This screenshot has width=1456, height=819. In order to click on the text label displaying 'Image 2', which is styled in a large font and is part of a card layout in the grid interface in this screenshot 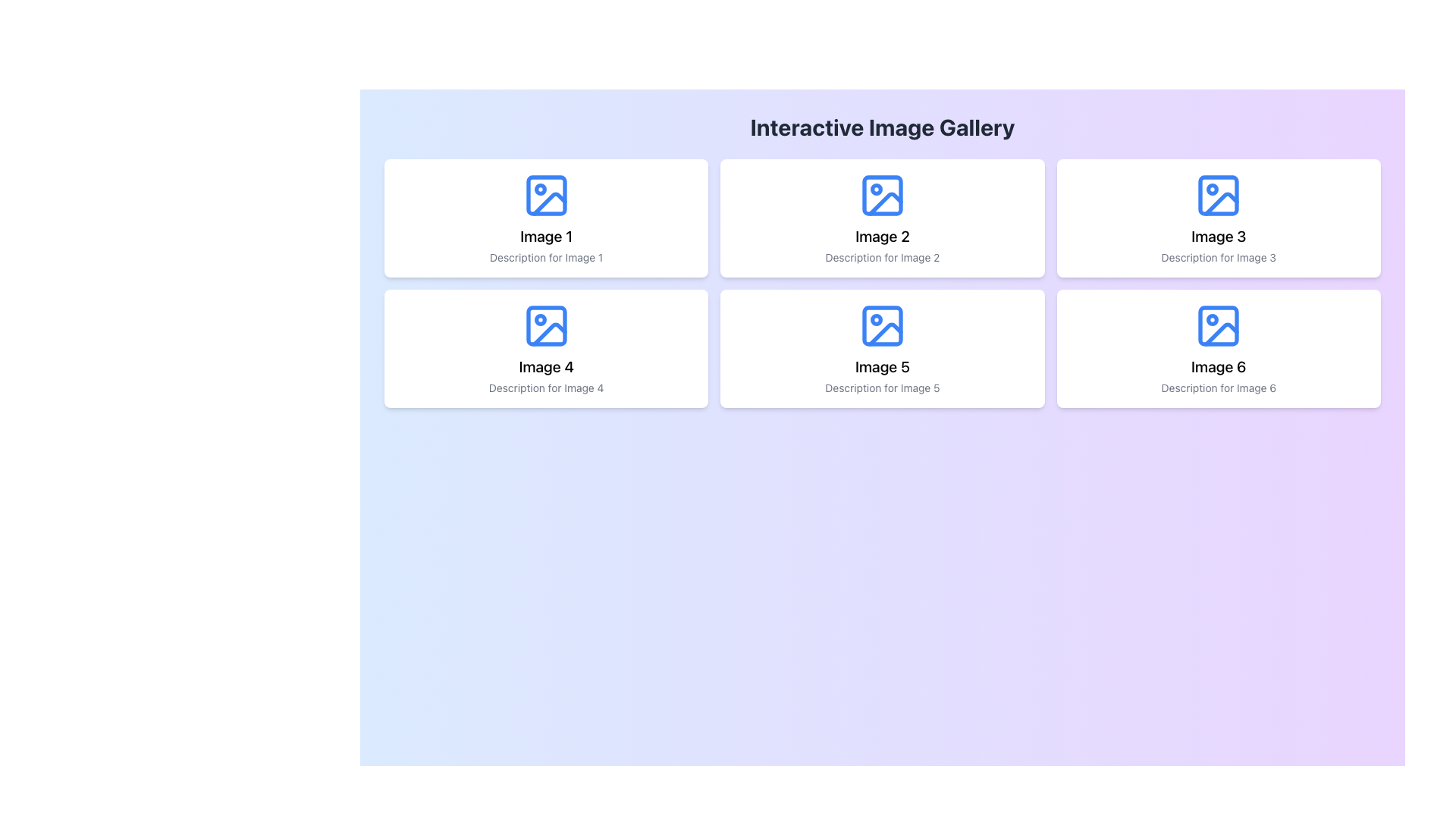, I will do `click(882, 237)`.